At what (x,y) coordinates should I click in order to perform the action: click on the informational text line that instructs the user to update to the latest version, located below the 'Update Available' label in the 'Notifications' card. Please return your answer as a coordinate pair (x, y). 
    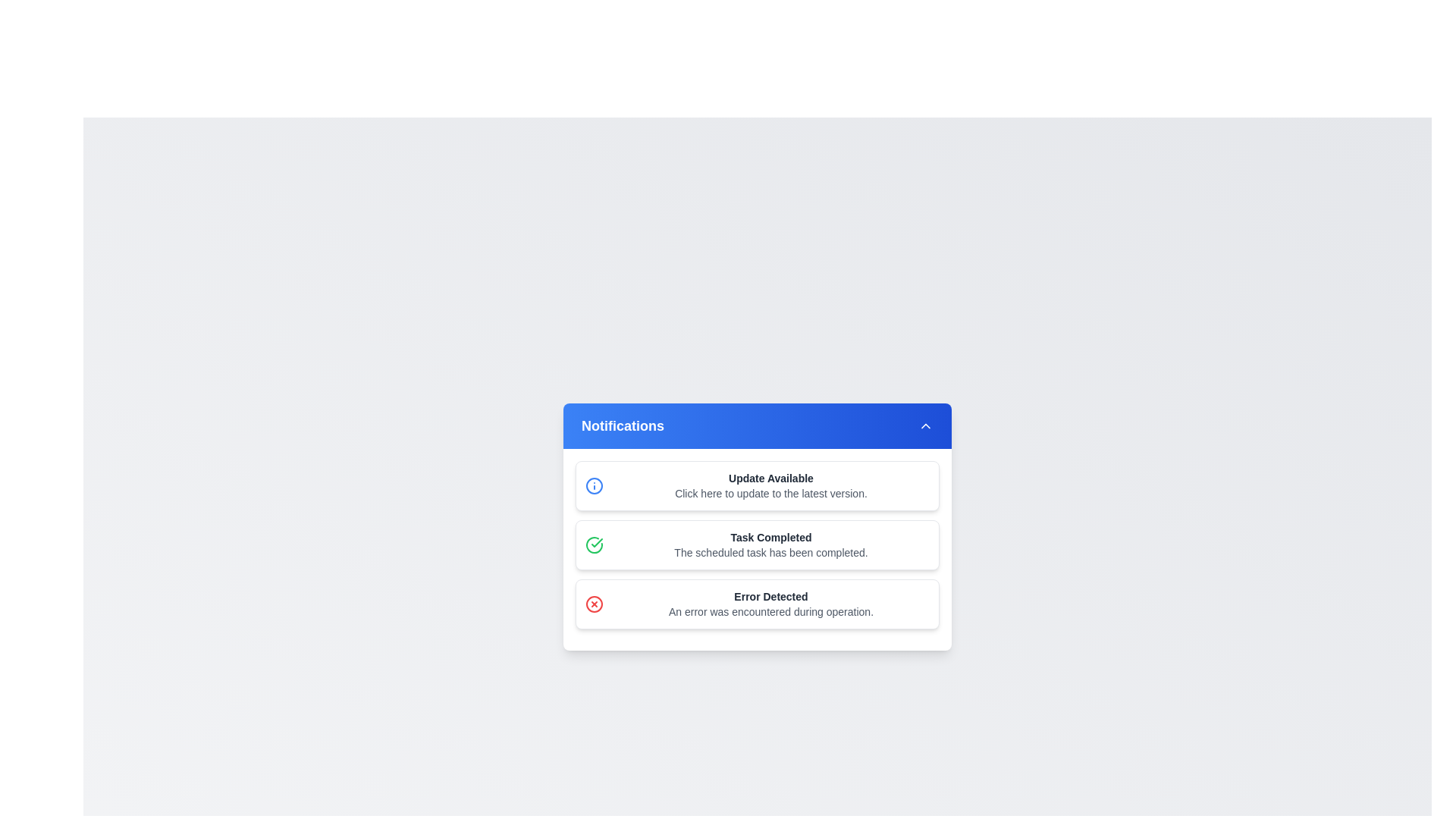
    Looking at the image, I should click on (771, 494).